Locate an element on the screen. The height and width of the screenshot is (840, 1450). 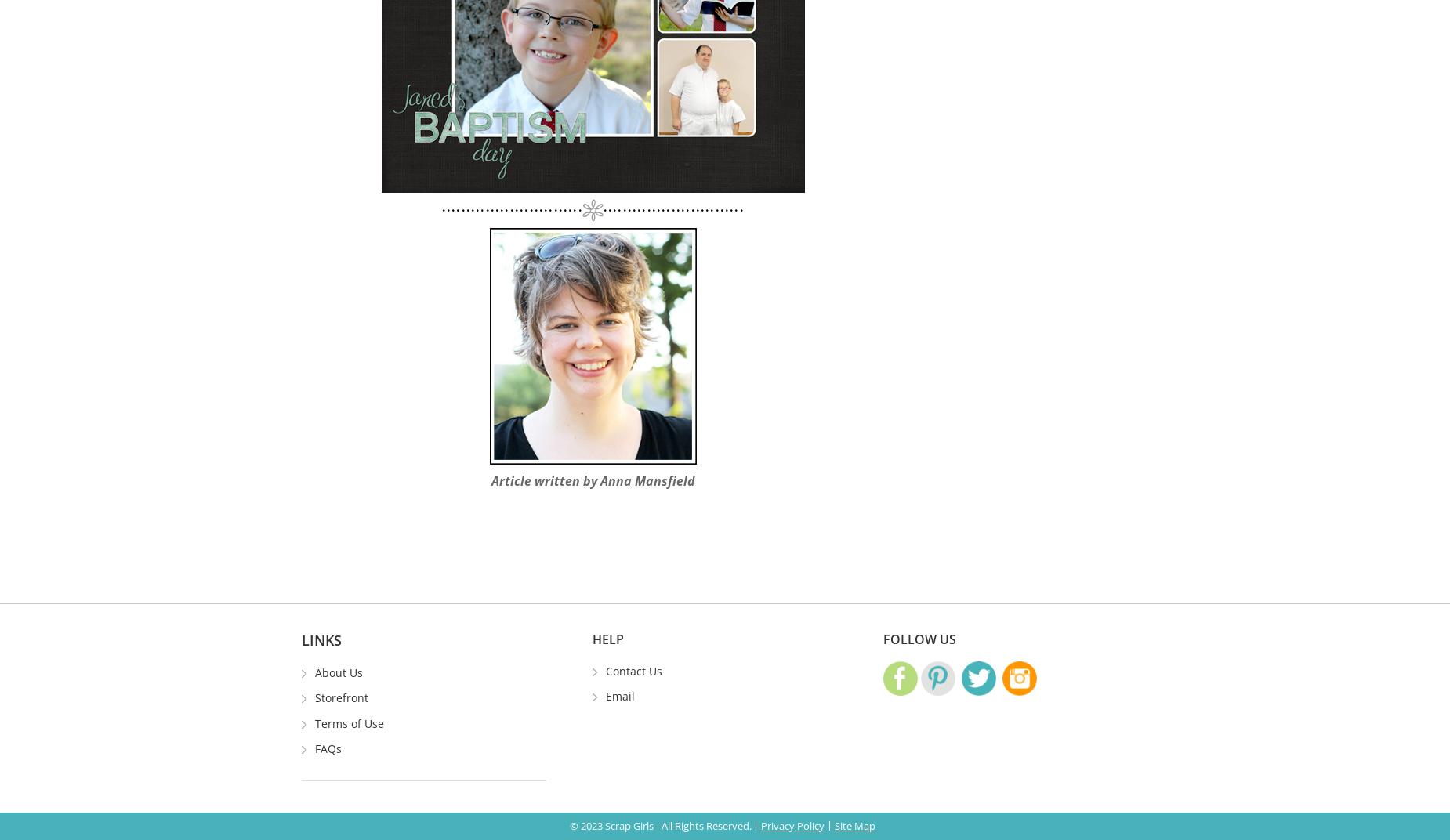
'Site Map' is located at coordinates (854, 825).